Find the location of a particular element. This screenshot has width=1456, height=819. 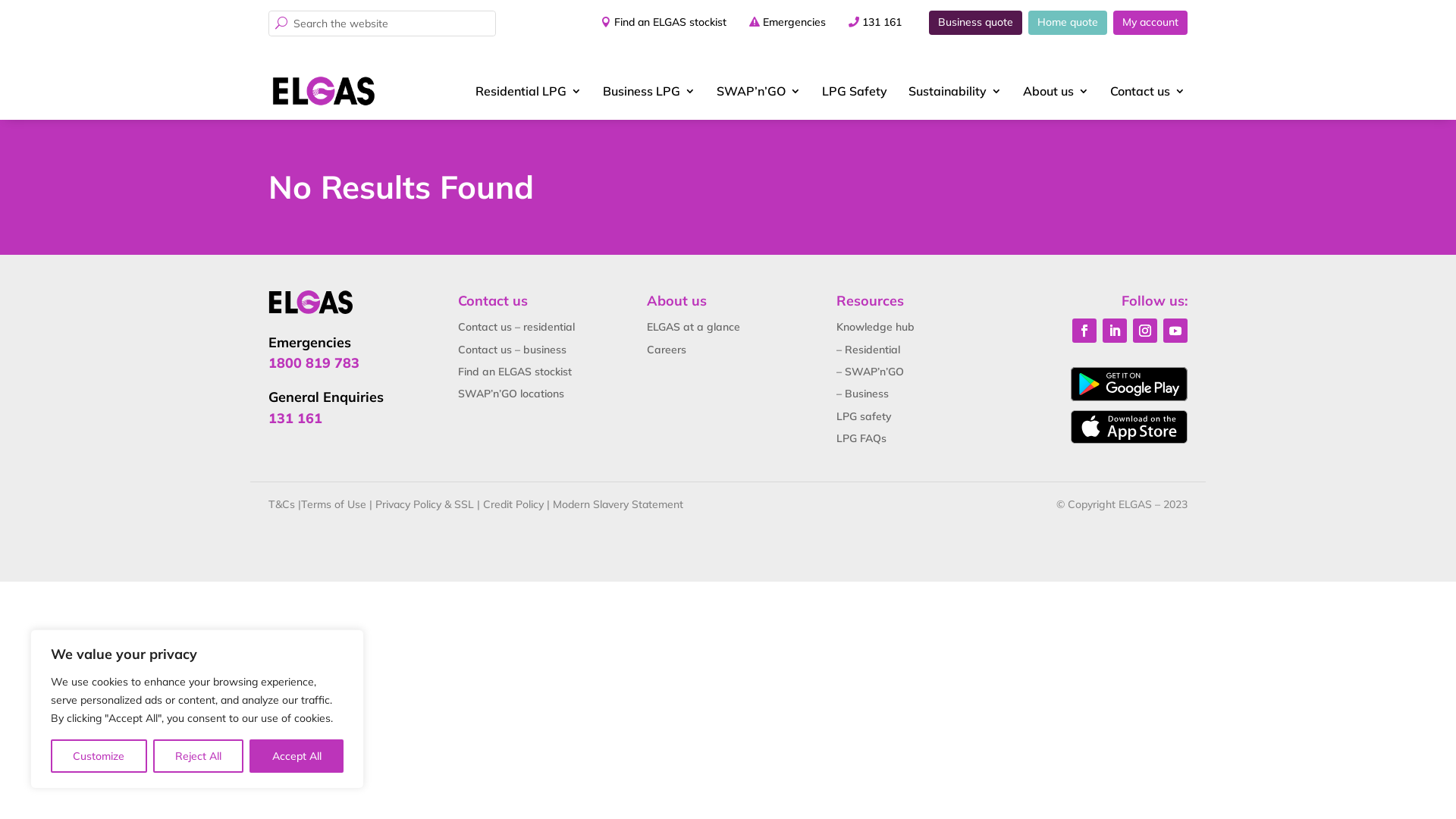

'Business quote' is located at coordinates (975, 23).